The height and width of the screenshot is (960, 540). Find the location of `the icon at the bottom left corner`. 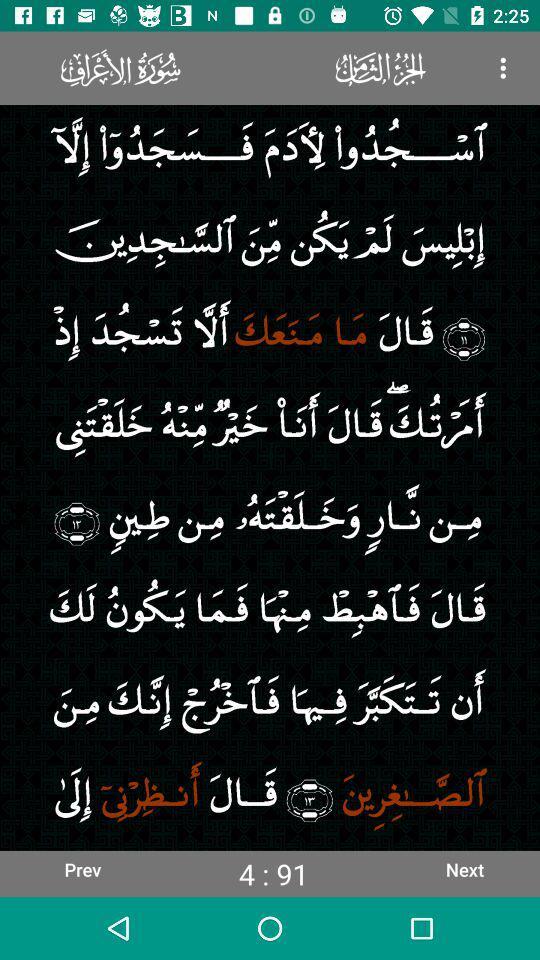

the icon at the bottom left corner is located at coordinates (81, 868).